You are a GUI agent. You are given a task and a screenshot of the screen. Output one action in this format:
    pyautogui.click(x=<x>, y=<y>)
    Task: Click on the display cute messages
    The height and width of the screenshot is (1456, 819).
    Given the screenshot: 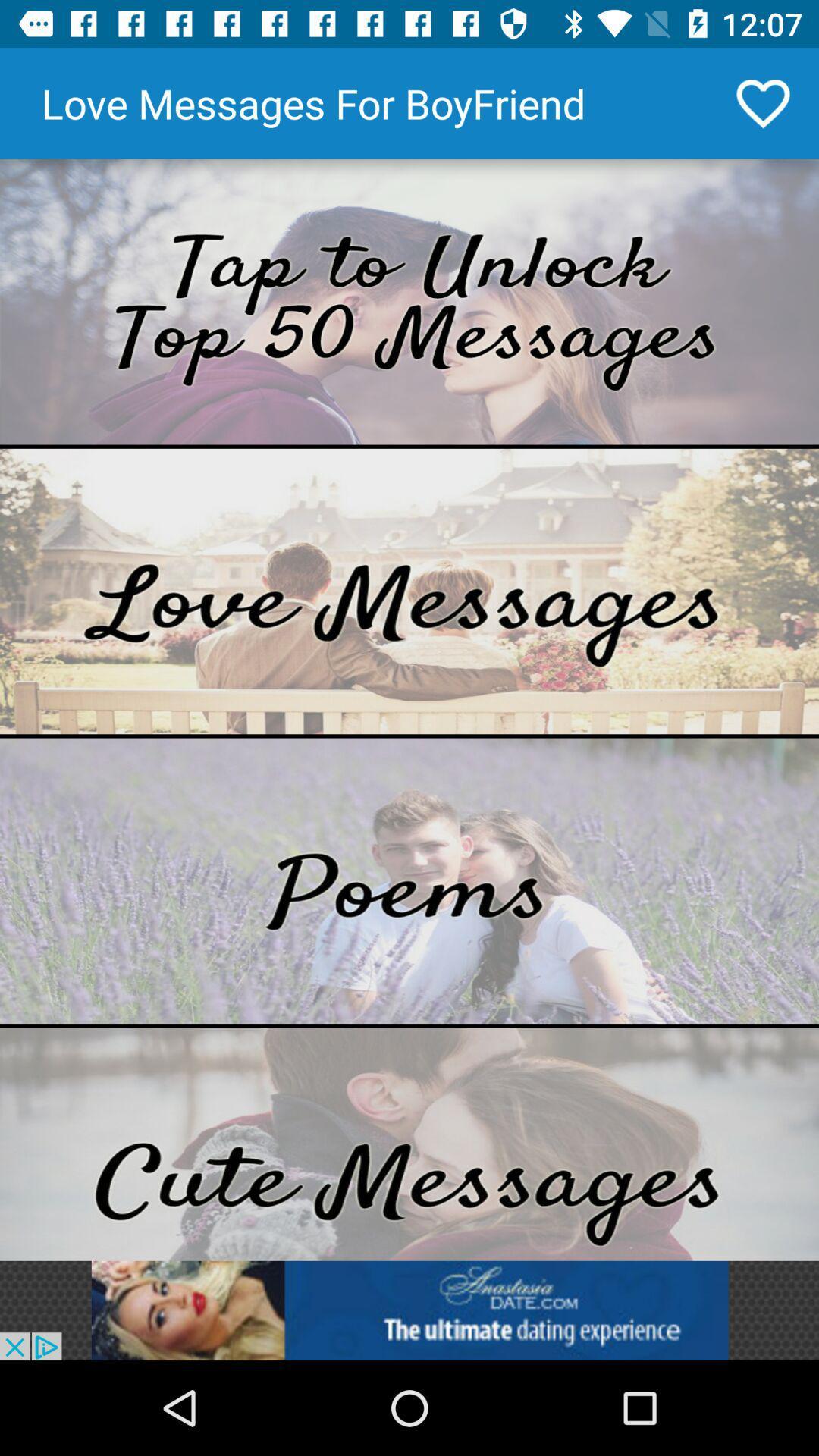 What is the action you would take?
    pyautogui.click(x=409, y=1144)
    